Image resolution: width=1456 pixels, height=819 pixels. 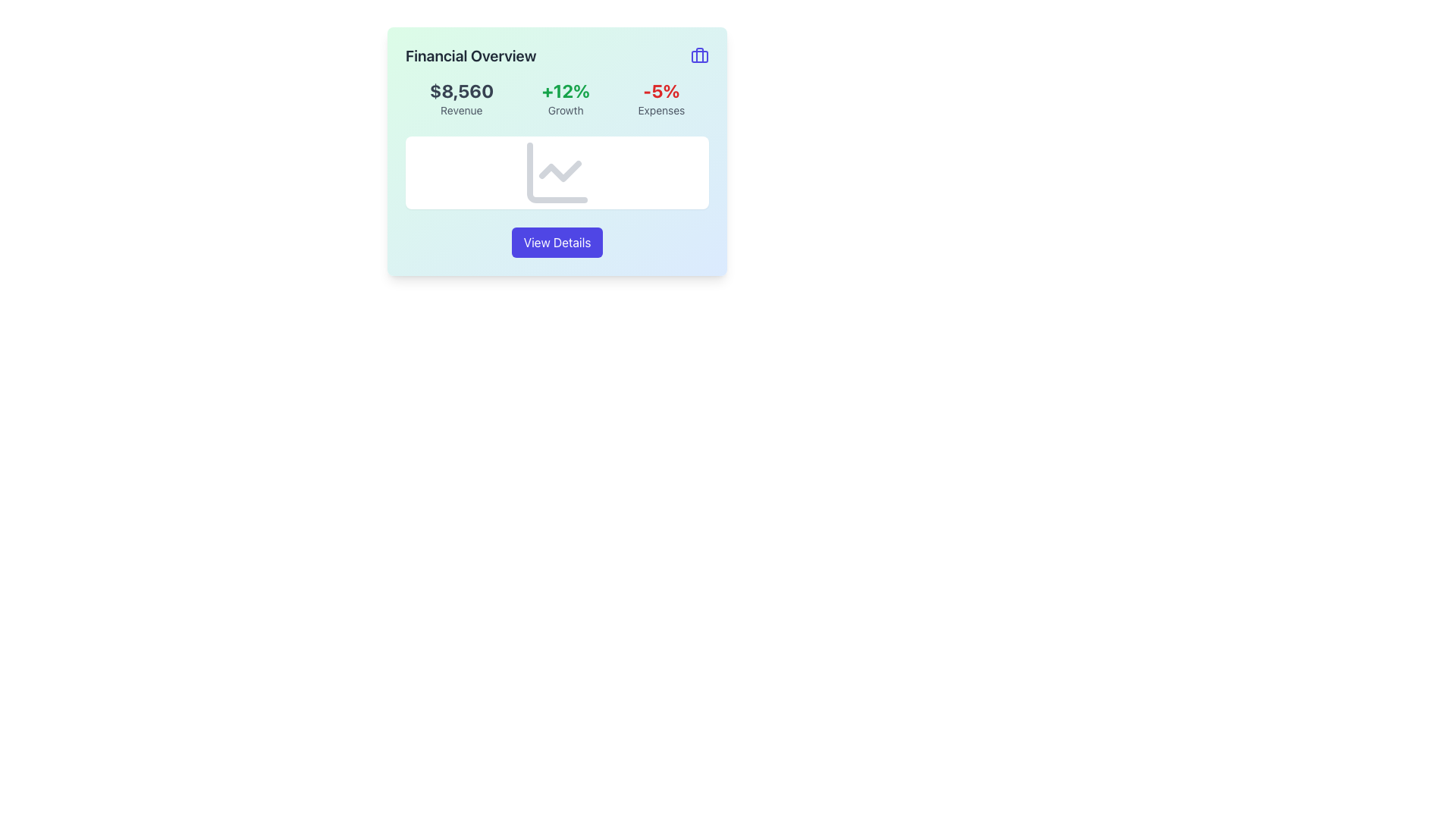 I want to click on the text label stating 'Expenses', which is styled with a small font size and light gray color, located beneath the '-5%' red text in the top-right section of the interface, so click(x=661, y=110).